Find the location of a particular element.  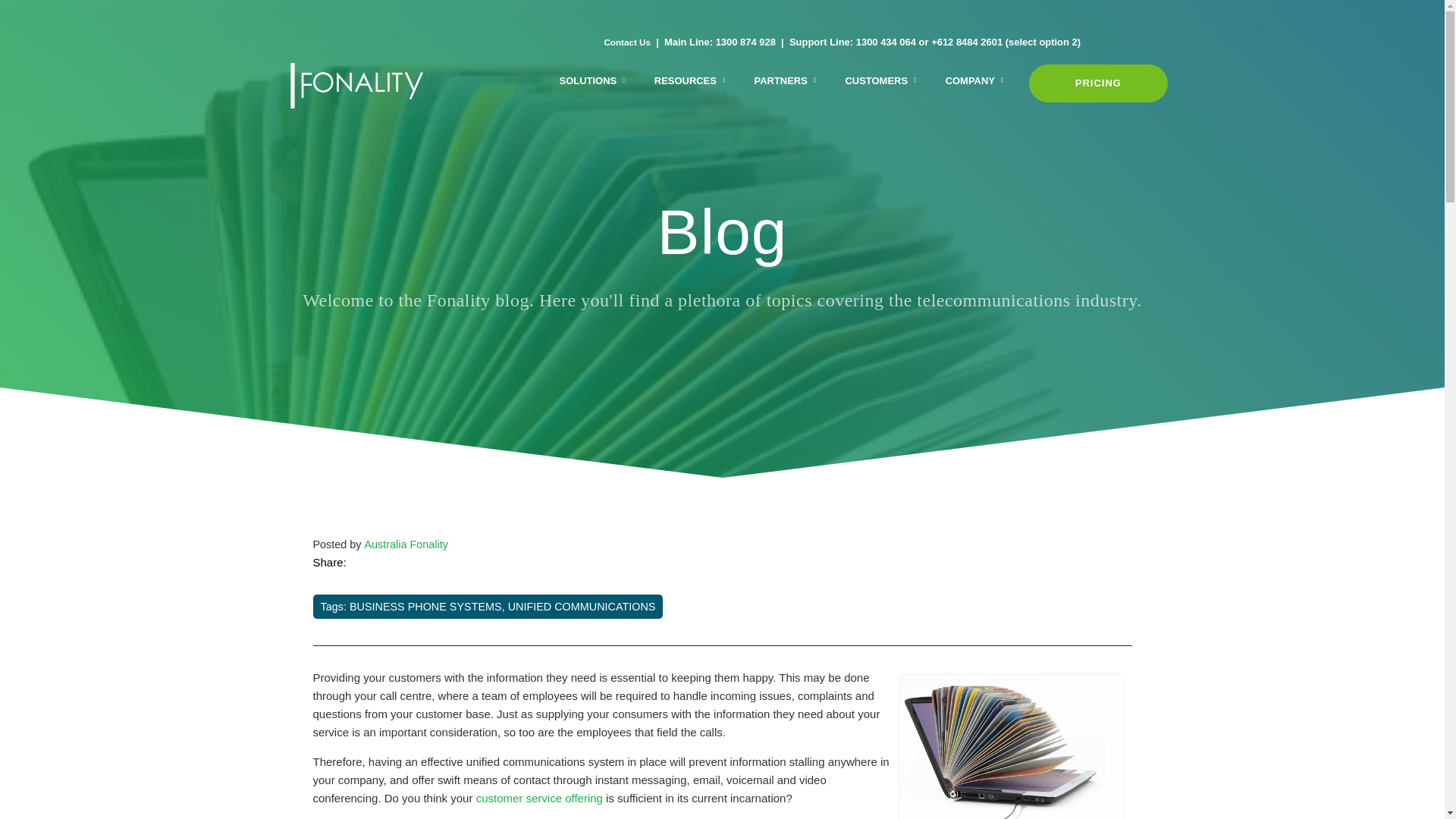

'1300 434 064' is located at coordinates (855, 41).